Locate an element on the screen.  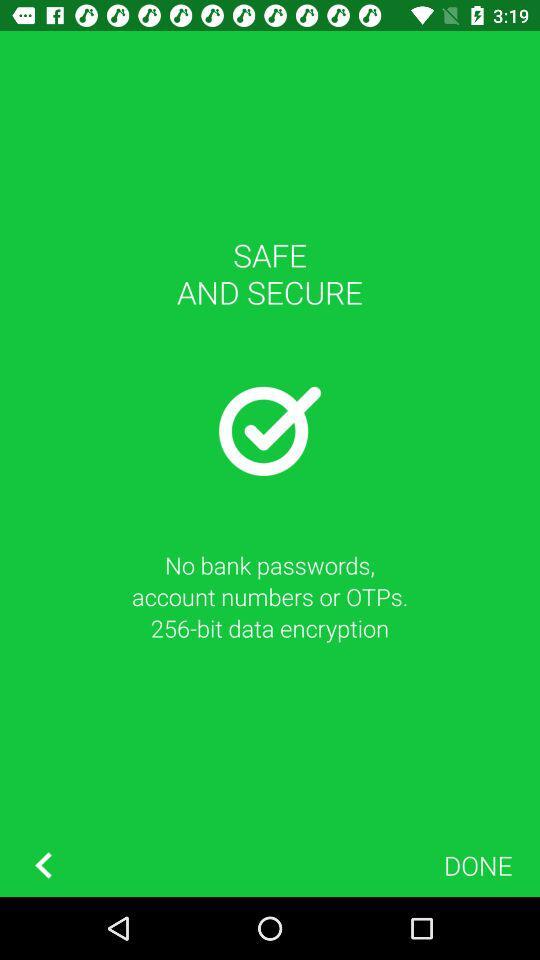
go back is located at coordinates (43, 864).